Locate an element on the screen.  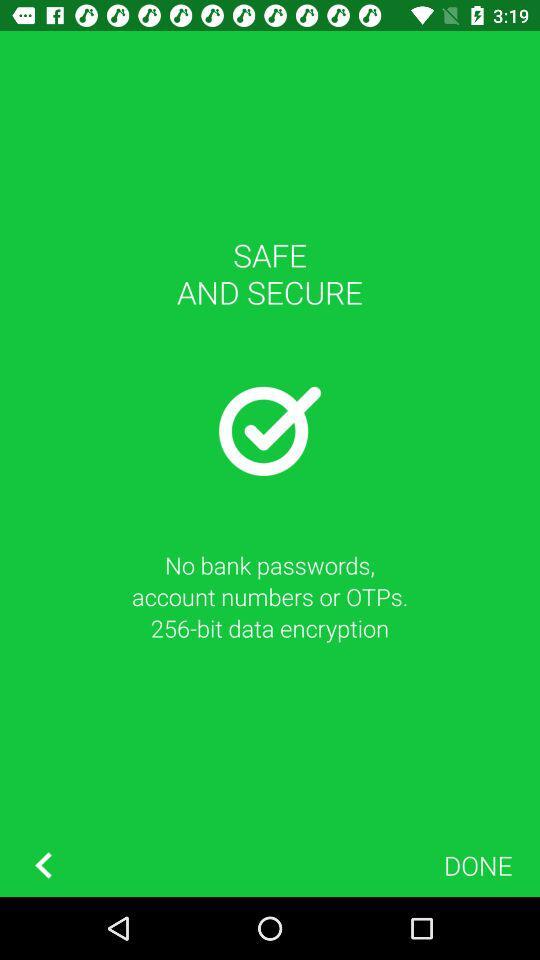
go back is located at coordinates (43, 864).